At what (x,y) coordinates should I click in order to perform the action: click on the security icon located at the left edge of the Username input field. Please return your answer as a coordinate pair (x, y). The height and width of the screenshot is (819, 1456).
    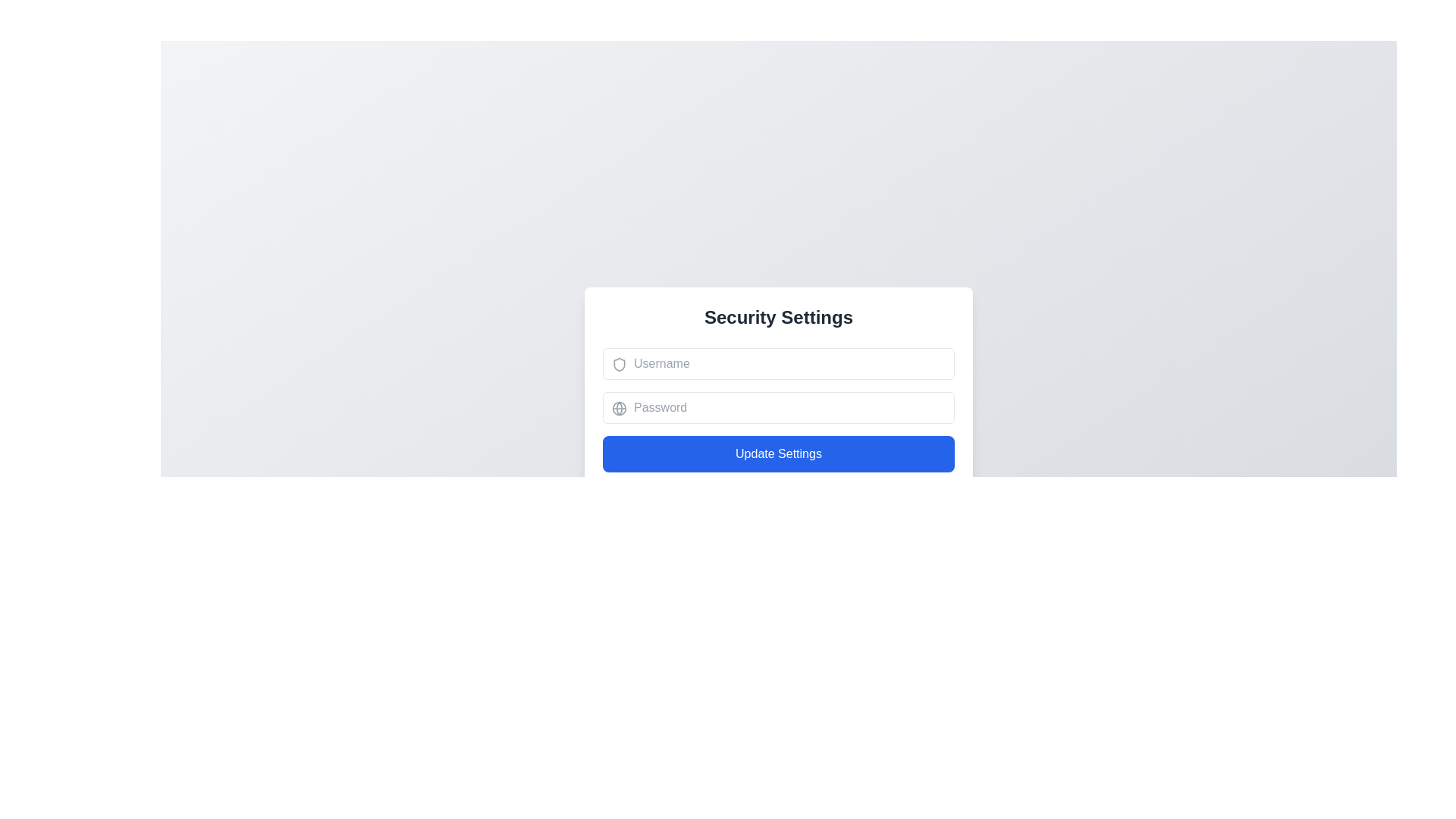
    Looking at the image, I should click on (619, 363).